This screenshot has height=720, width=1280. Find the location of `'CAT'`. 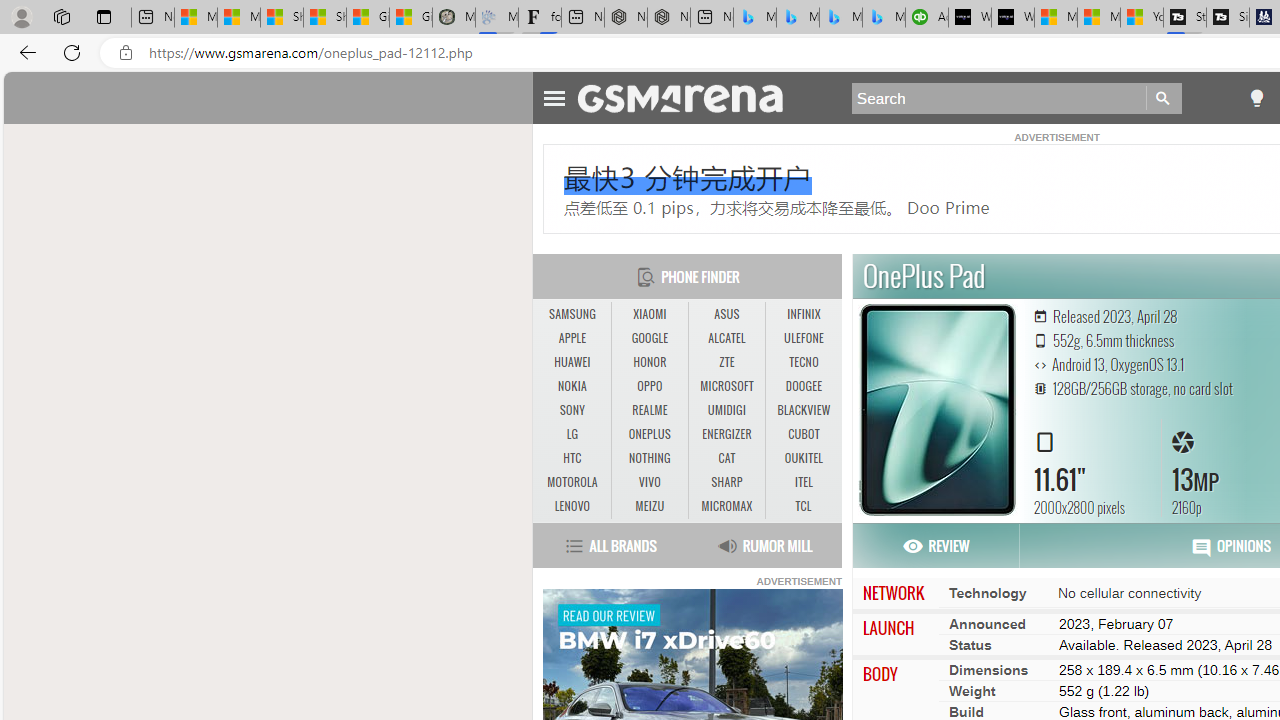

'CAT' is located at coordinates (726, 458).